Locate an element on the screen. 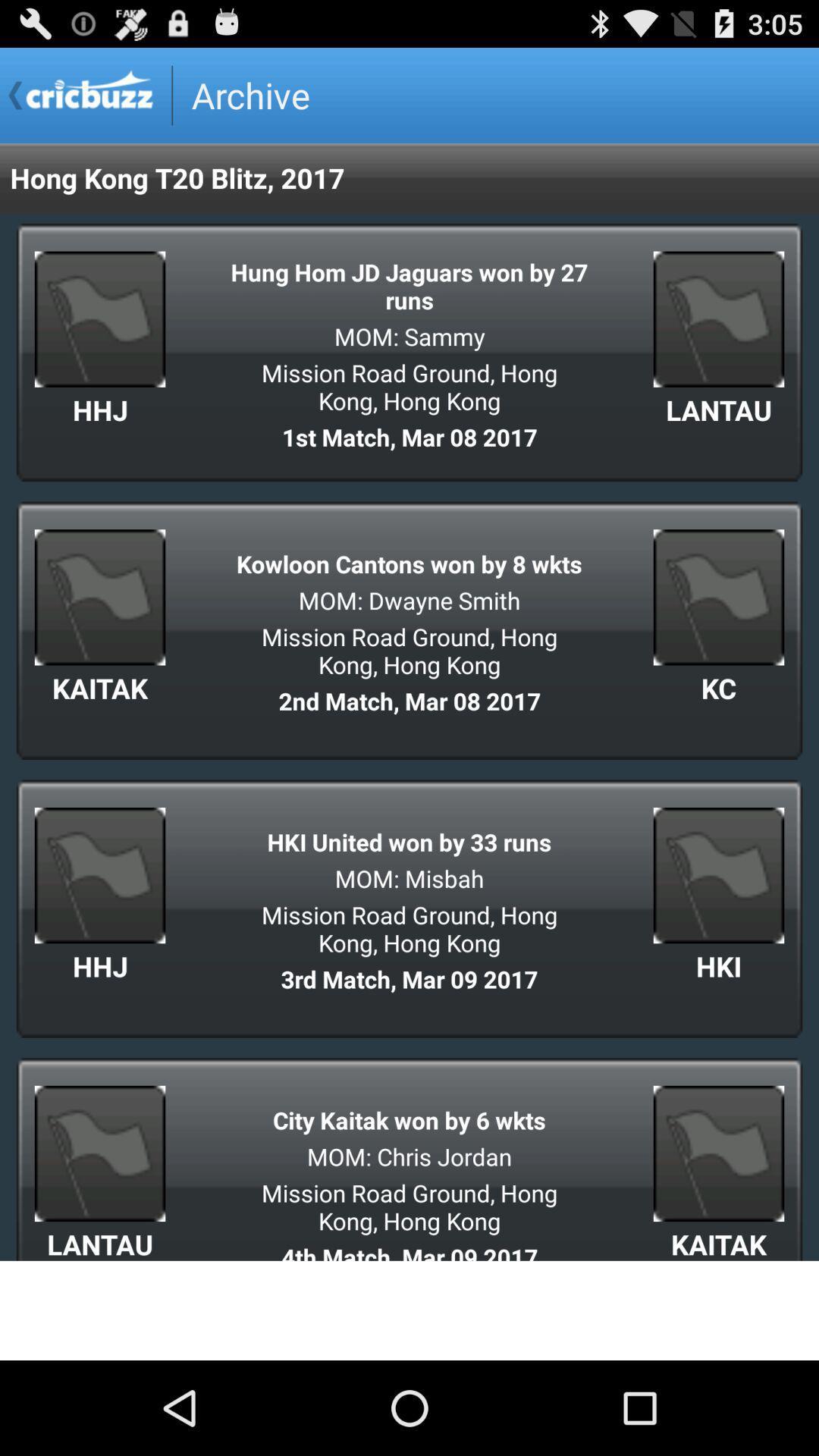  the city kaitak won icon is located at coordinates (409, 1120).